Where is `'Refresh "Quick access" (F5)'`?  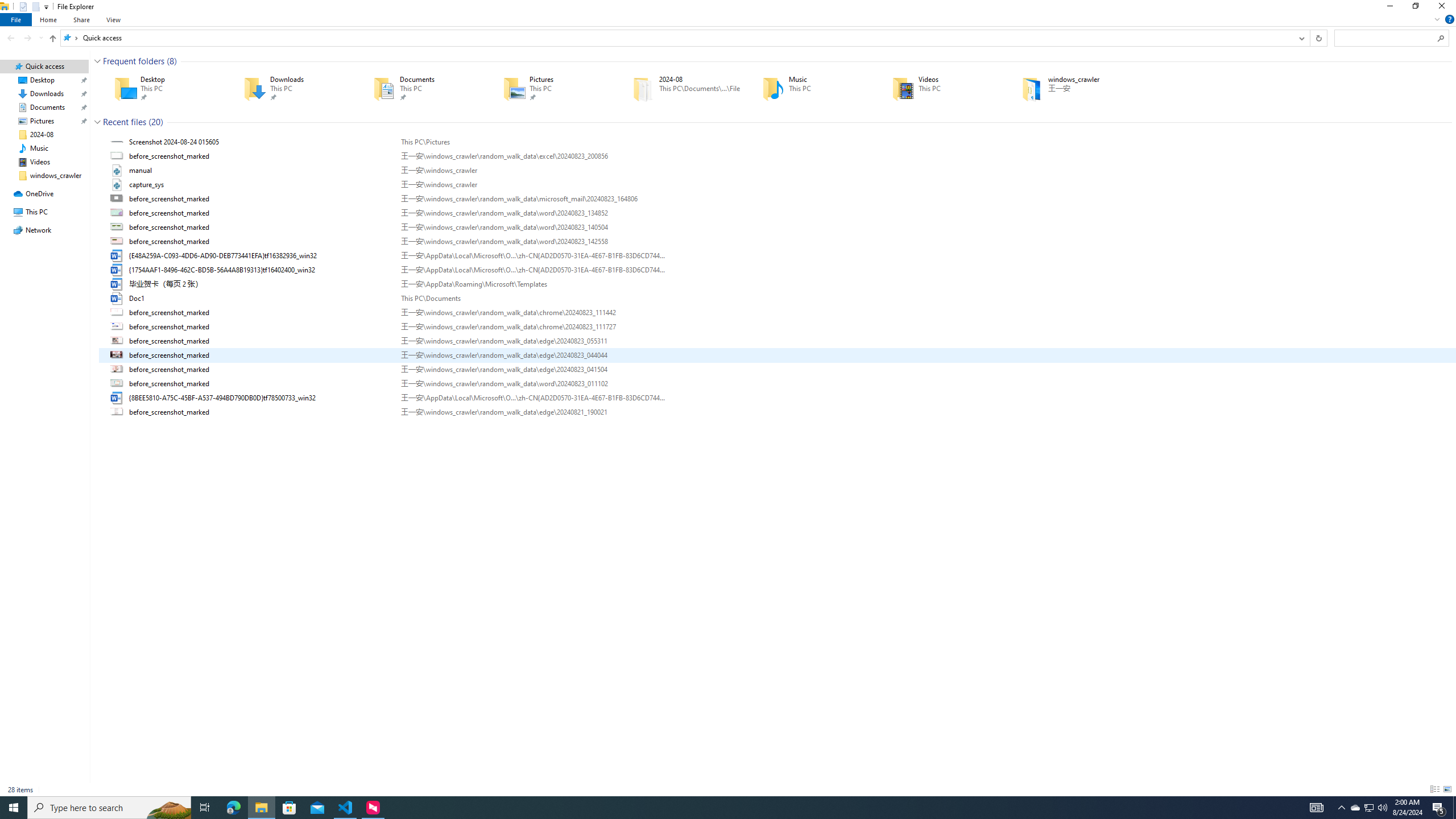
'Refresh "Quick access" (F5)' is located at coordinates (1318, 37).